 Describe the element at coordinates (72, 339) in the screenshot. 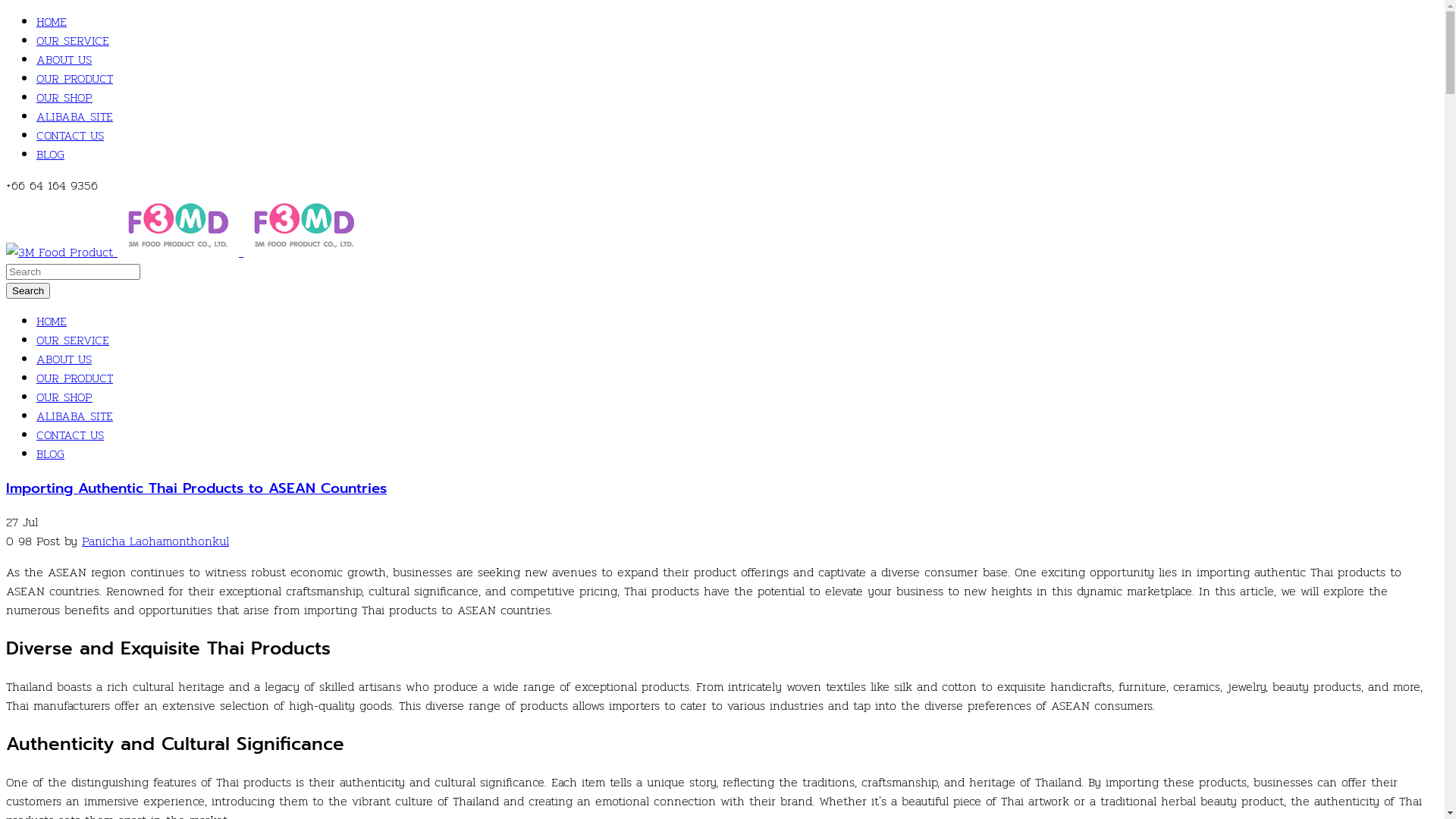

I see `'OUR SERVICE'` at that location.